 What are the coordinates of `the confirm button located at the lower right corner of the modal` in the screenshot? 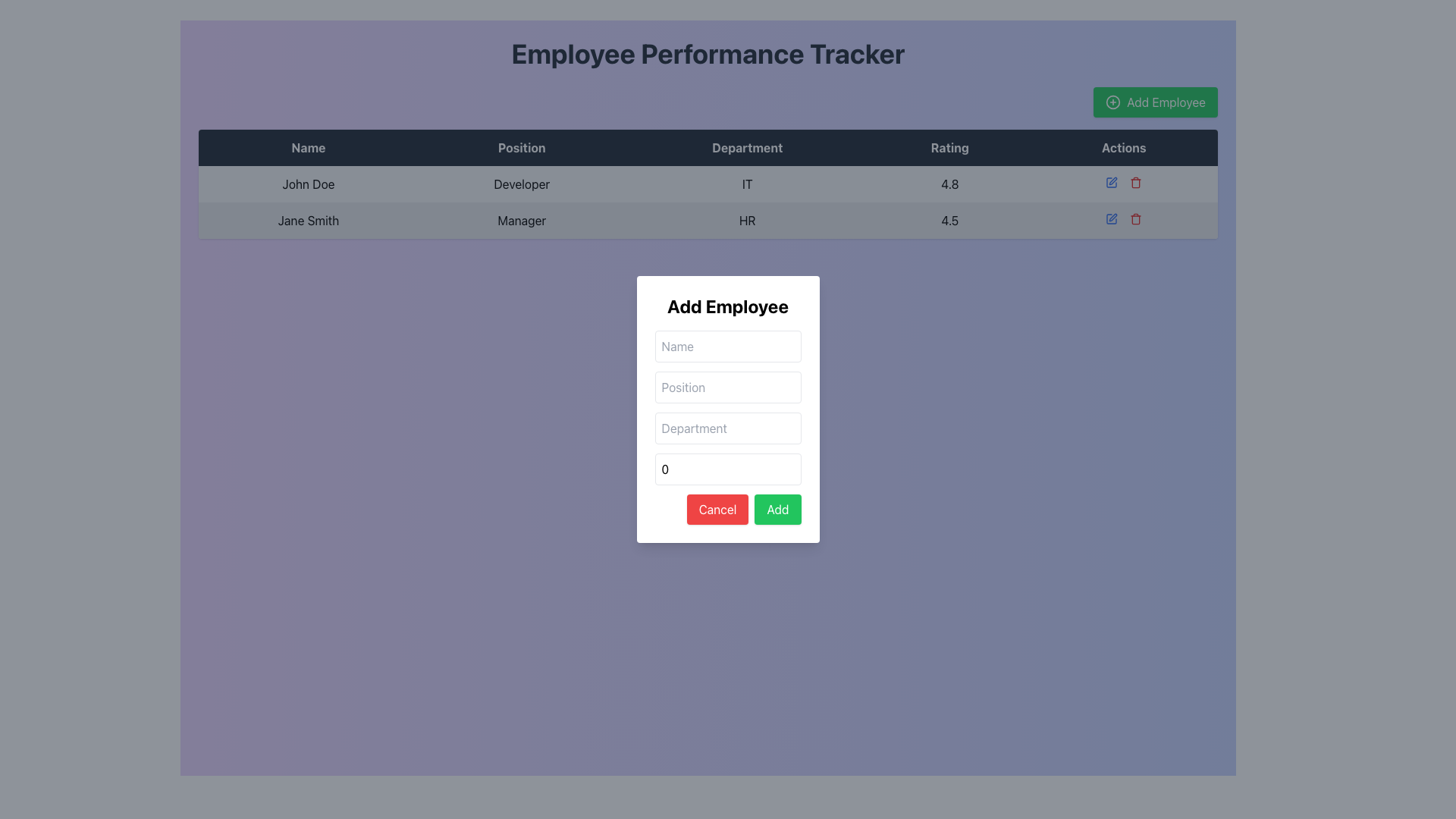 It's located at (778, 509).